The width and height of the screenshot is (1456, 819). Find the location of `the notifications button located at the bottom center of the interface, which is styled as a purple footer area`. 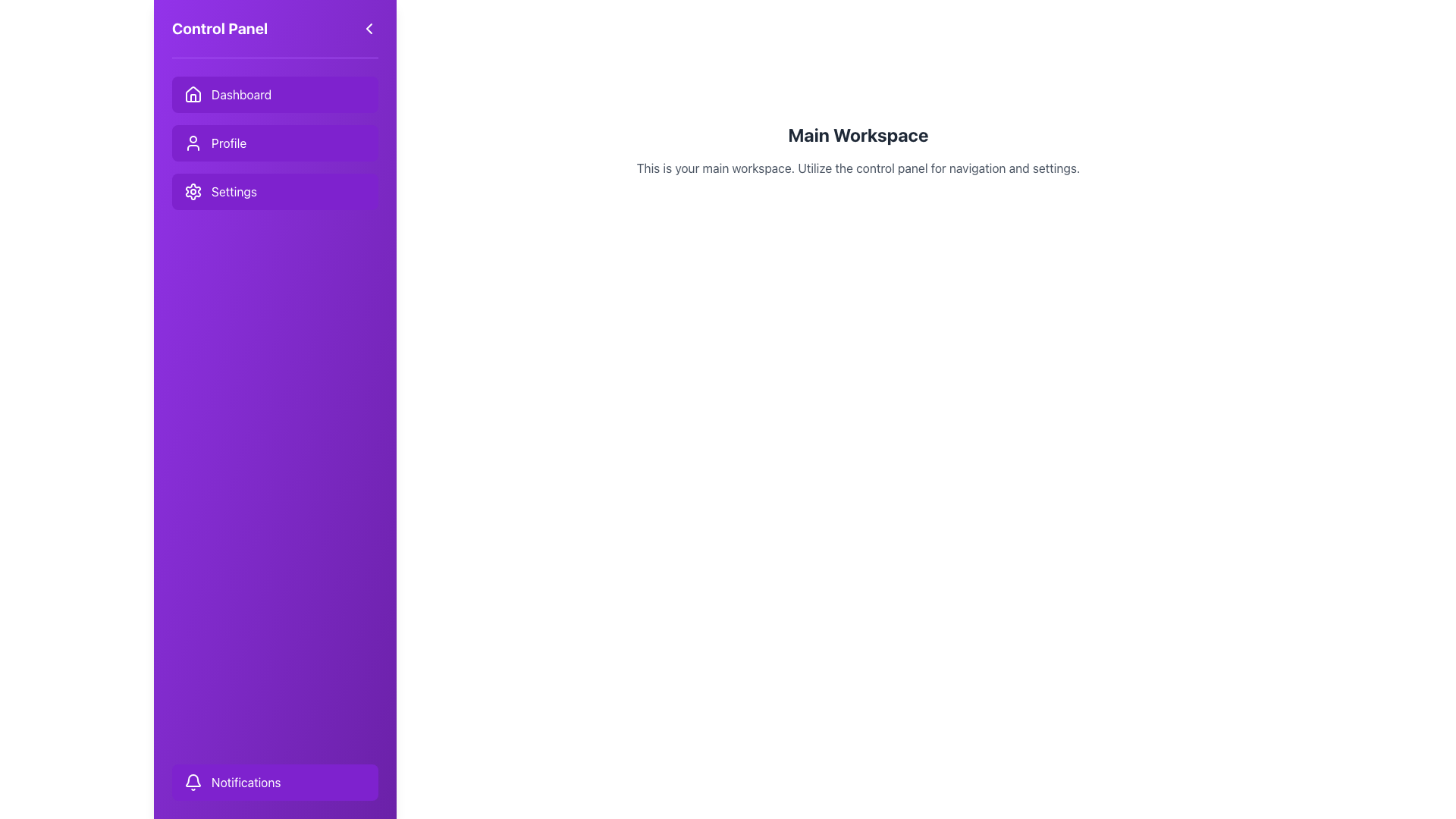

the notifications button located at the bottom center of the interface, which is styled as a purple footer area is located at coordinates (275, 783).